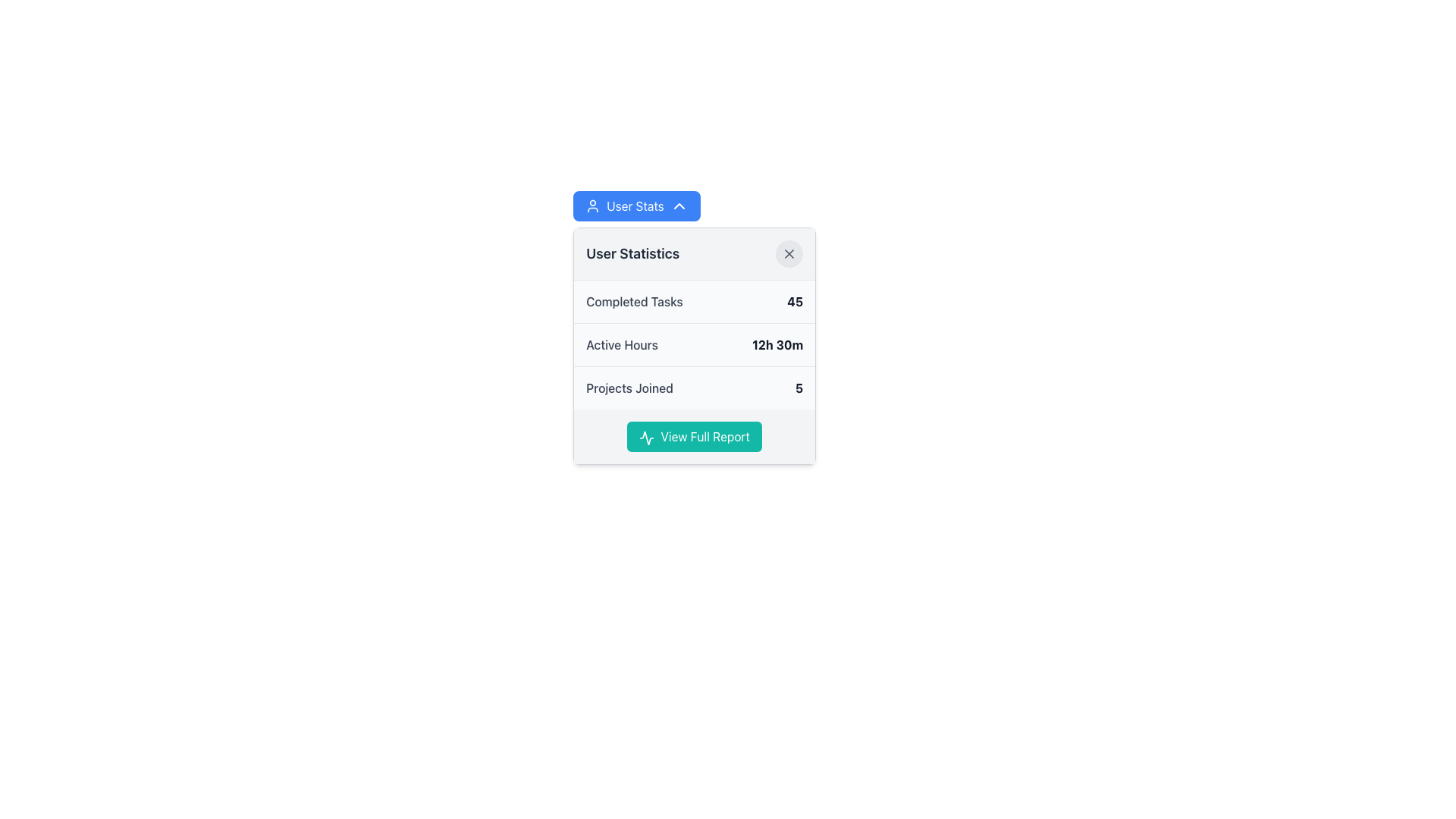 Image resolution: width=1456 pixels, height=819 pixels. I want to click on the Chevron Upward icon located to the right of 'User Stats' button, so click(678, 206).